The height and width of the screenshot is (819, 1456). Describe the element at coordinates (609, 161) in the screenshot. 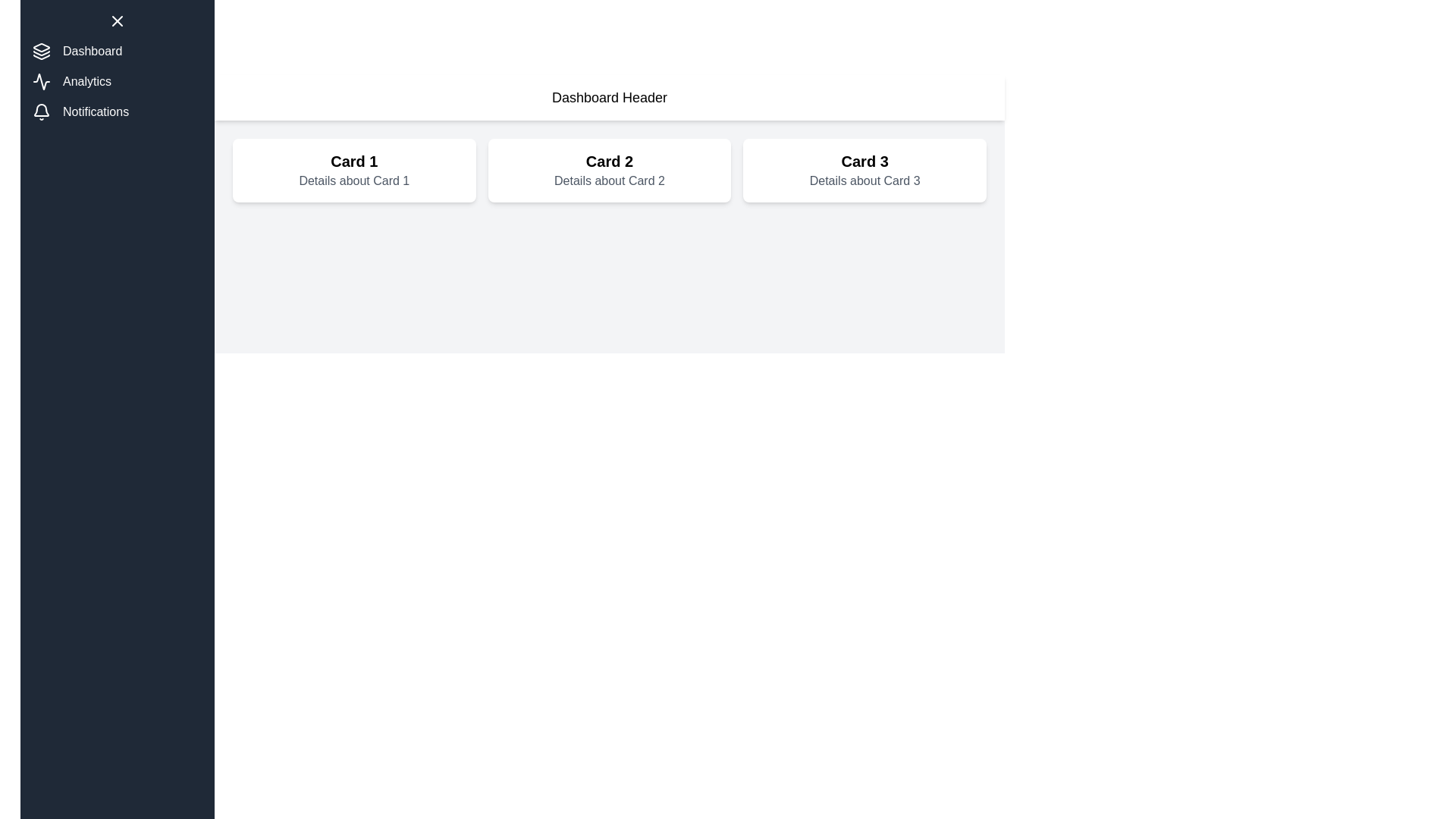

I see `the title text of the middle card in a group of three horizontally aligned cards, which serves as the heading for the card's contents` at that location.